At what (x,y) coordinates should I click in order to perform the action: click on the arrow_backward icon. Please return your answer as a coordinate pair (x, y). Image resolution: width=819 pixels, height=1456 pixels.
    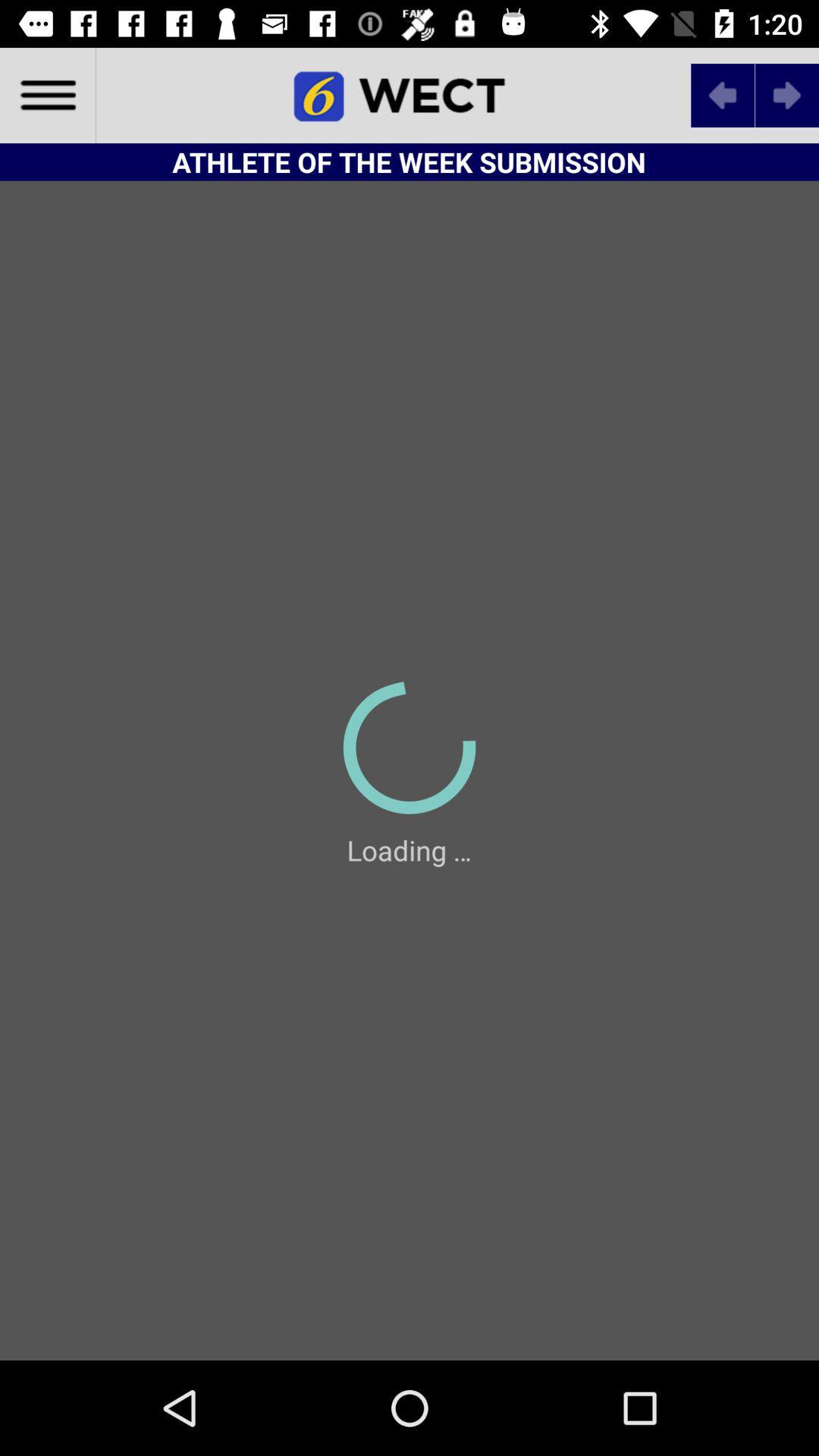
    Looking at the image, I should click on (722, 94).